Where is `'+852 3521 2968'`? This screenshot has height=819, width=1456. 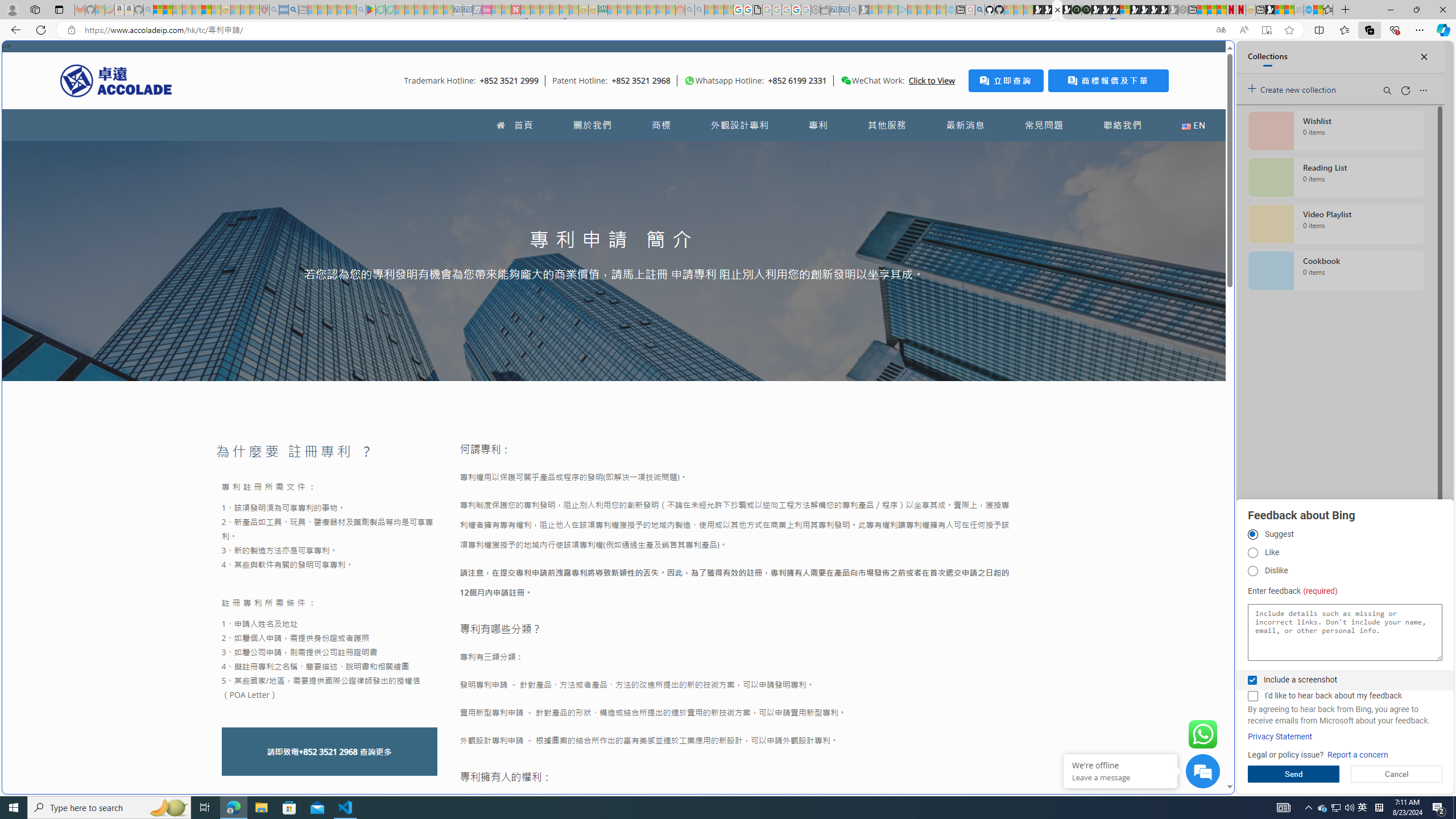
'+852 3521 2968' is located at coordinates (328, 751).